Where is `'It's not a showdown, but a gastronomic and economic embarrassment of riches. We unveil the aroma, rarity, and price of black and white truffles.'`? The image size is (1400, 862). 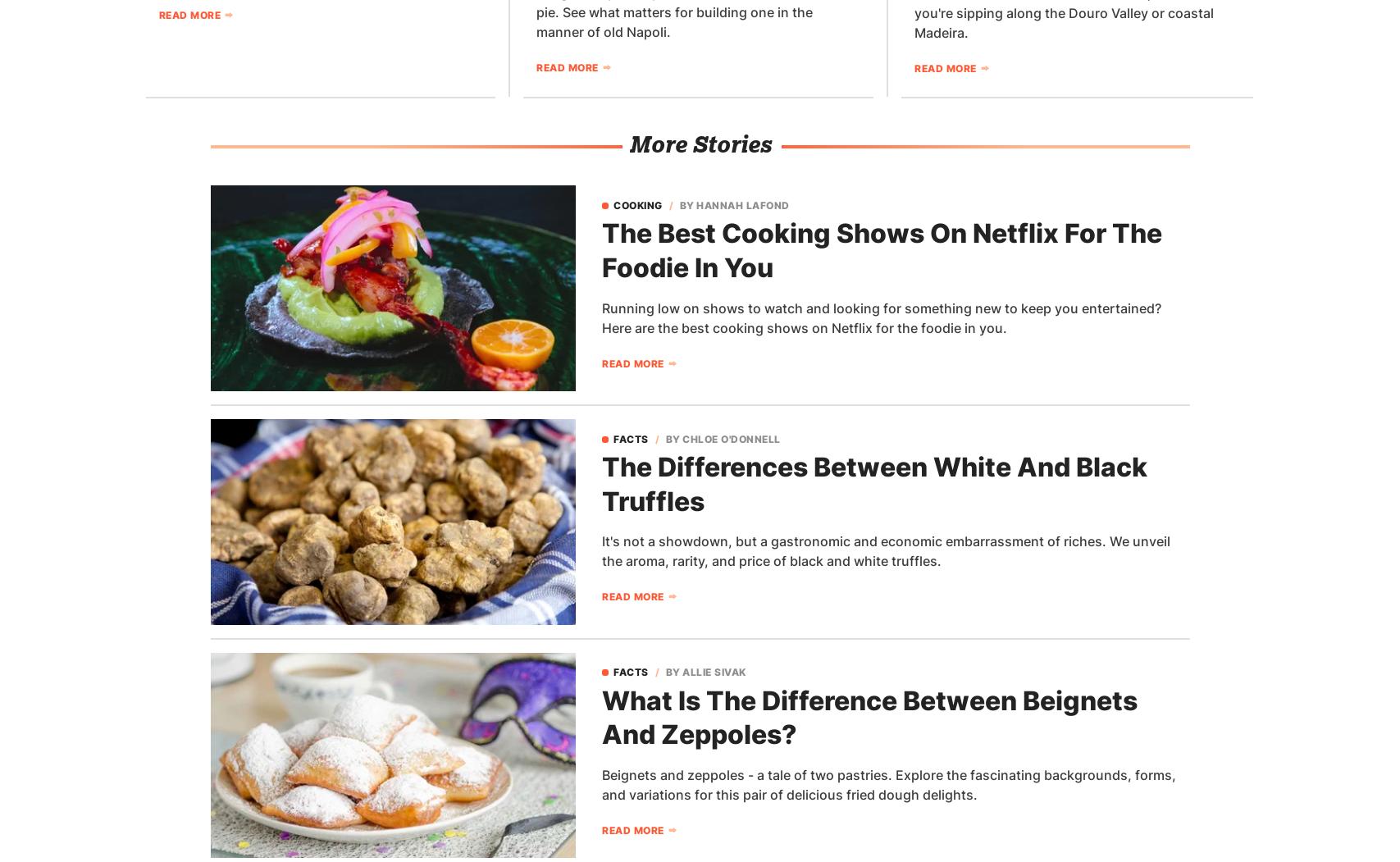 'It's not a showdown, but a gastronomic and economic embarrassment of riches. We unveil the aroma, rarity, and price of black and white truffles.' is located at coordinates (885, 551).